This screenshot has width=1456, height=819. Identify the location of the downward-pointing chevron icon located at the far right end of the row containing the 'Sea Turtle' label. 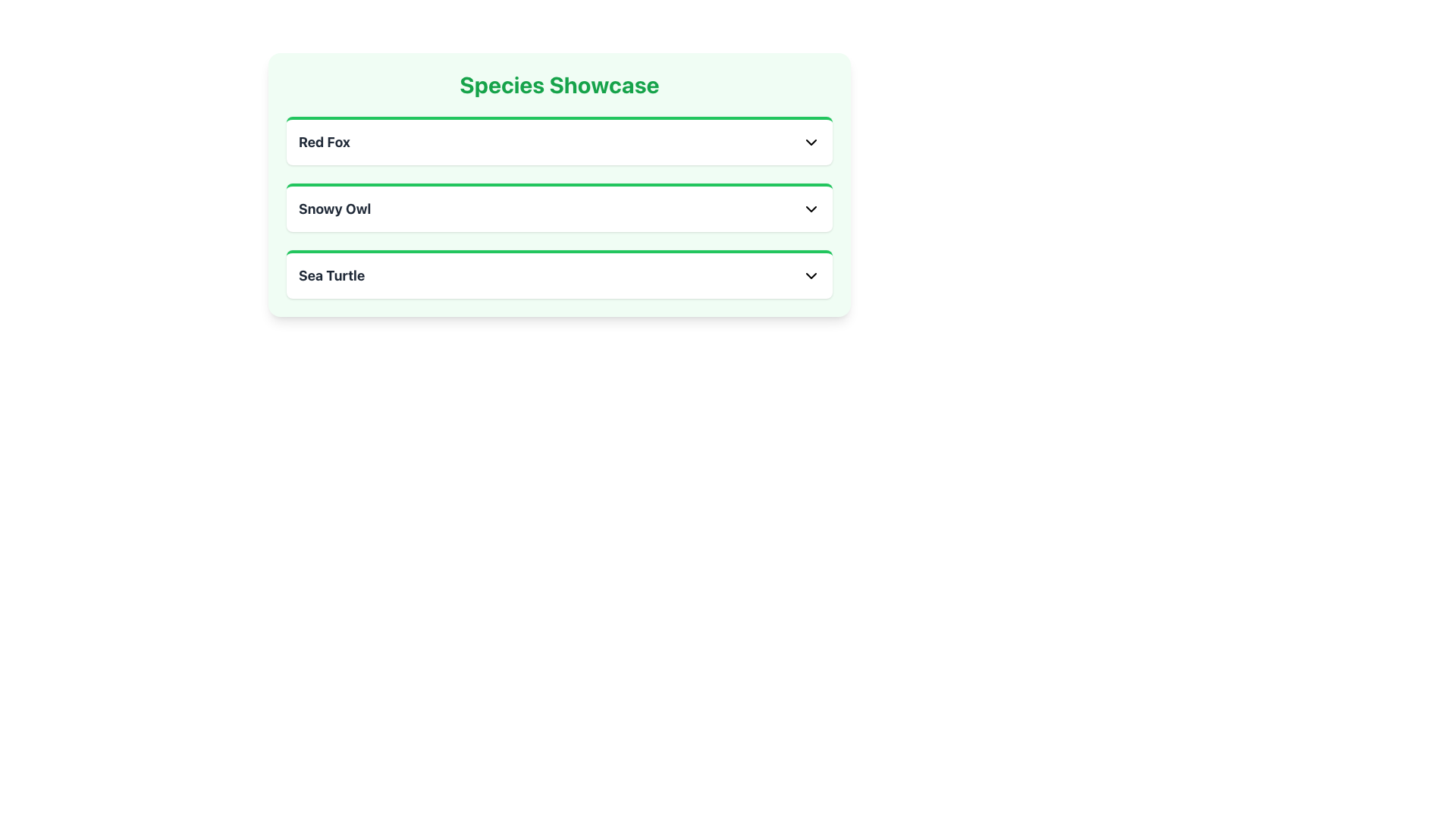
(811, 275).